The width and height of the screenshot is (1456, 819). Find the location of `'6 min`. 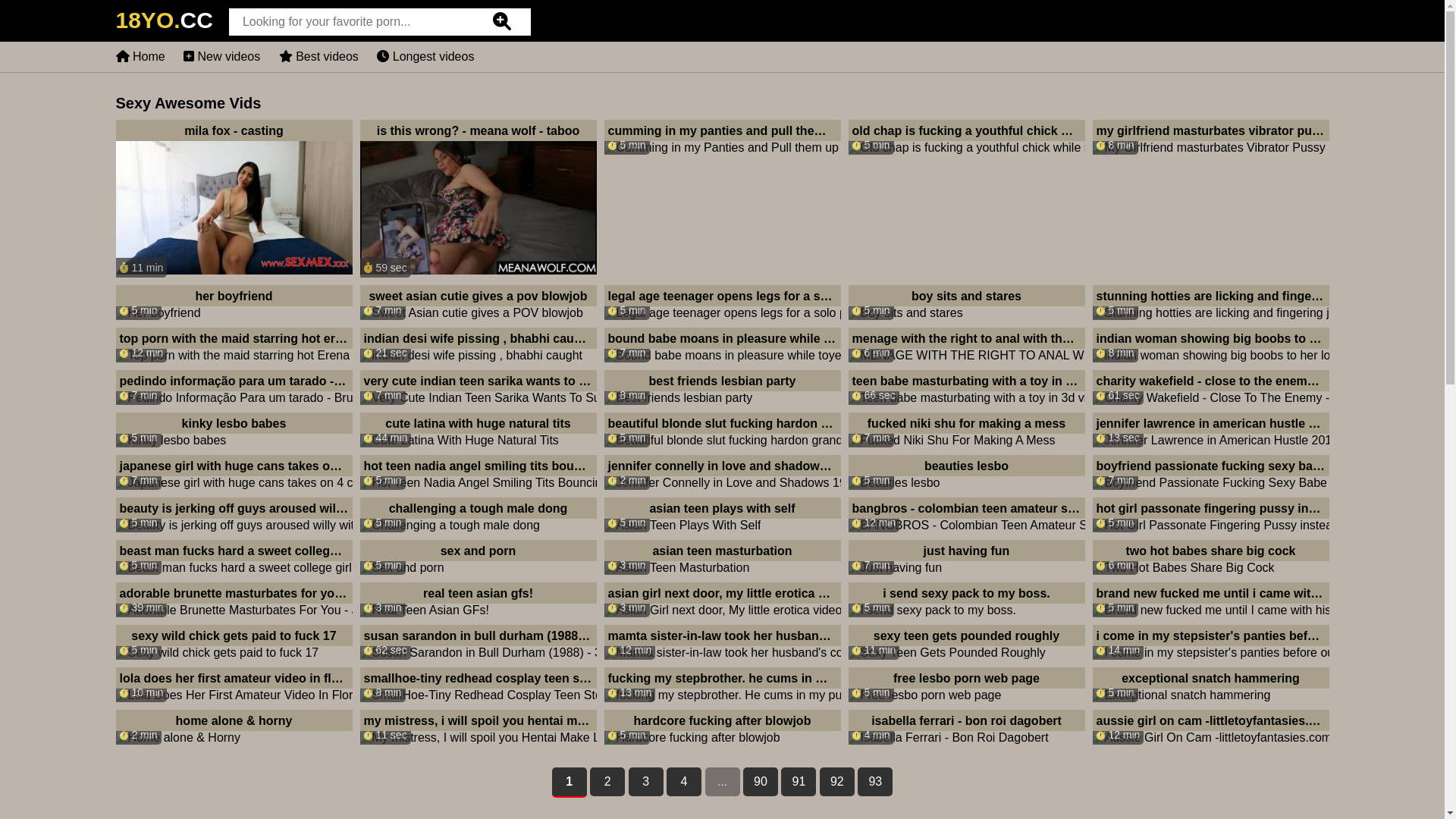

'6 min is located at coordinates (1210, 557).